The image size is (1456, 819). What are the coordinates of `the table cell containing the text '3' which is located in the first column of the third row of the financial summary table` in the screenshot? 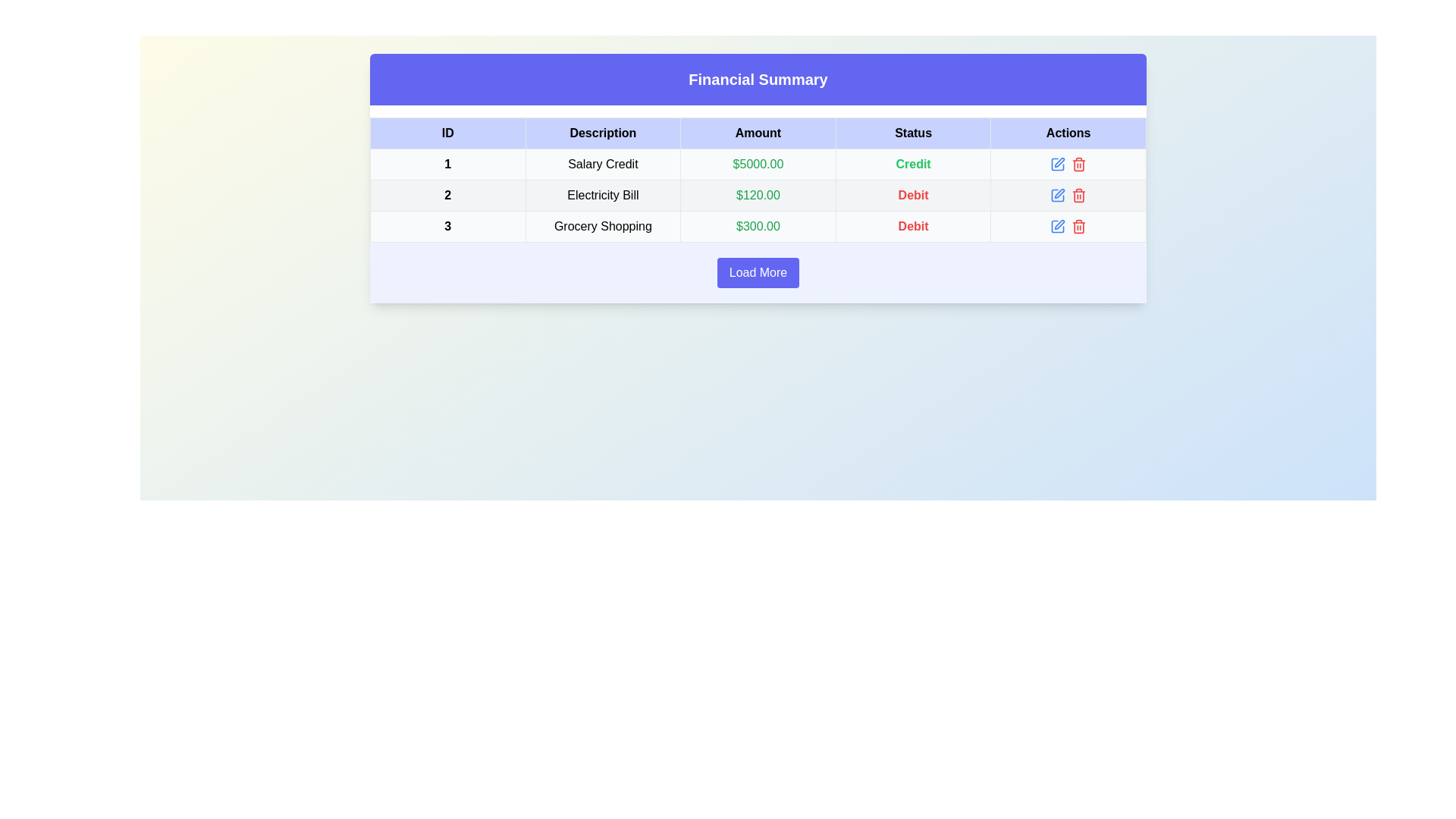 It's located at (447, 227).